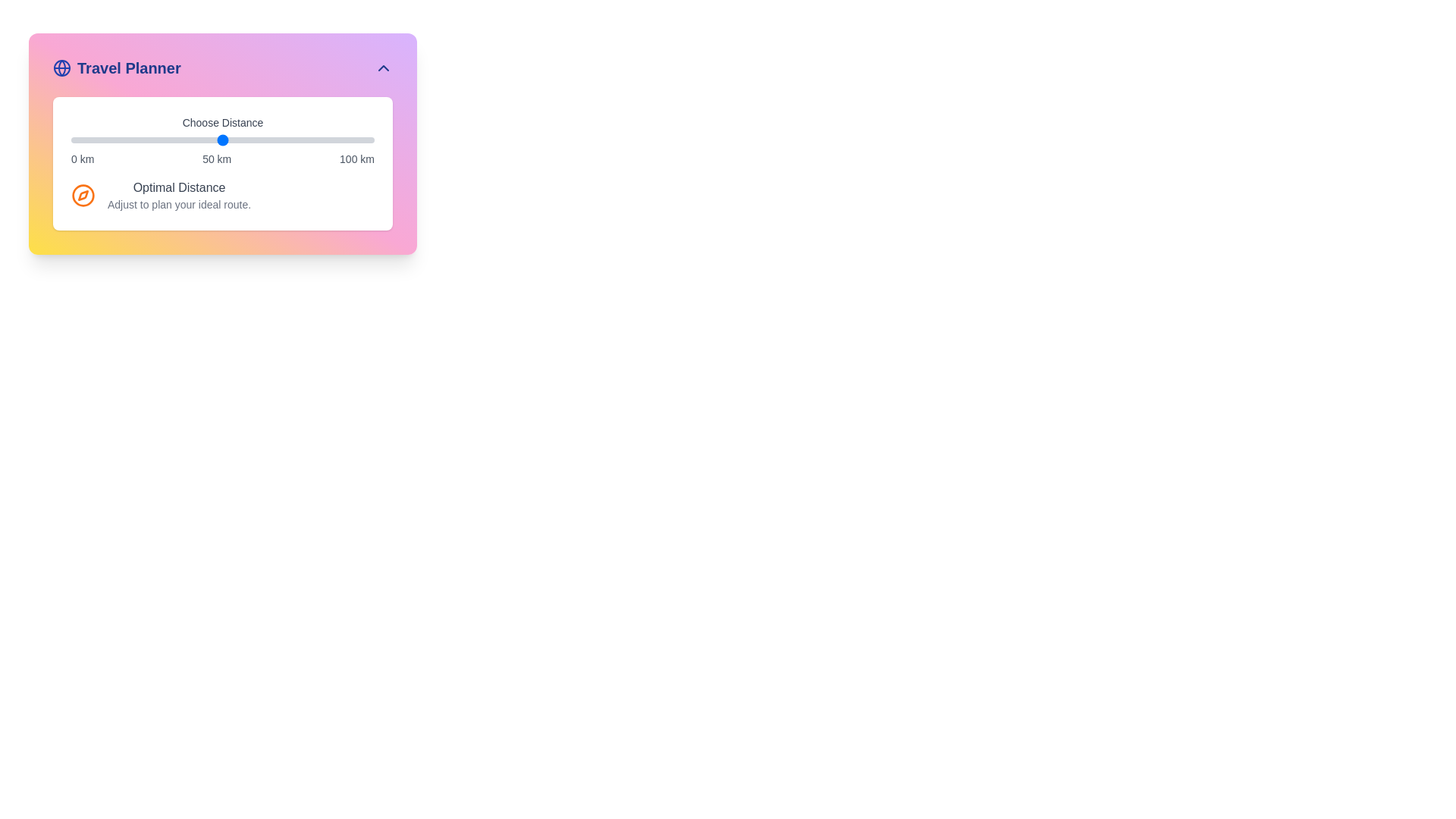  I want to click on the distance slider, so click(79, 140).